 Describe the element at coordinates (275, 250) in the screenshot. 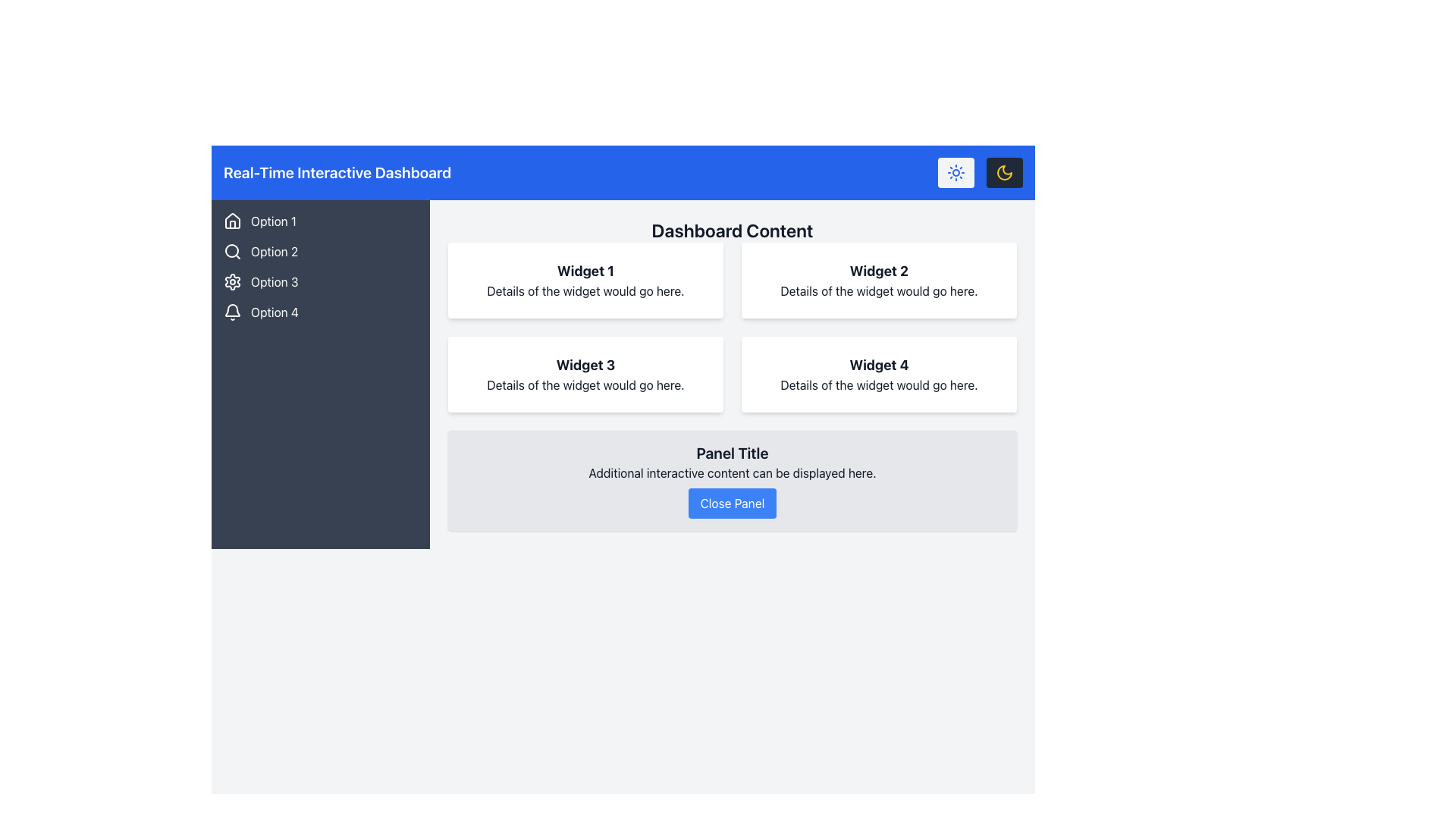

I see `the text label displaying 'Option 2' in the vertical navigation bar` at that location.